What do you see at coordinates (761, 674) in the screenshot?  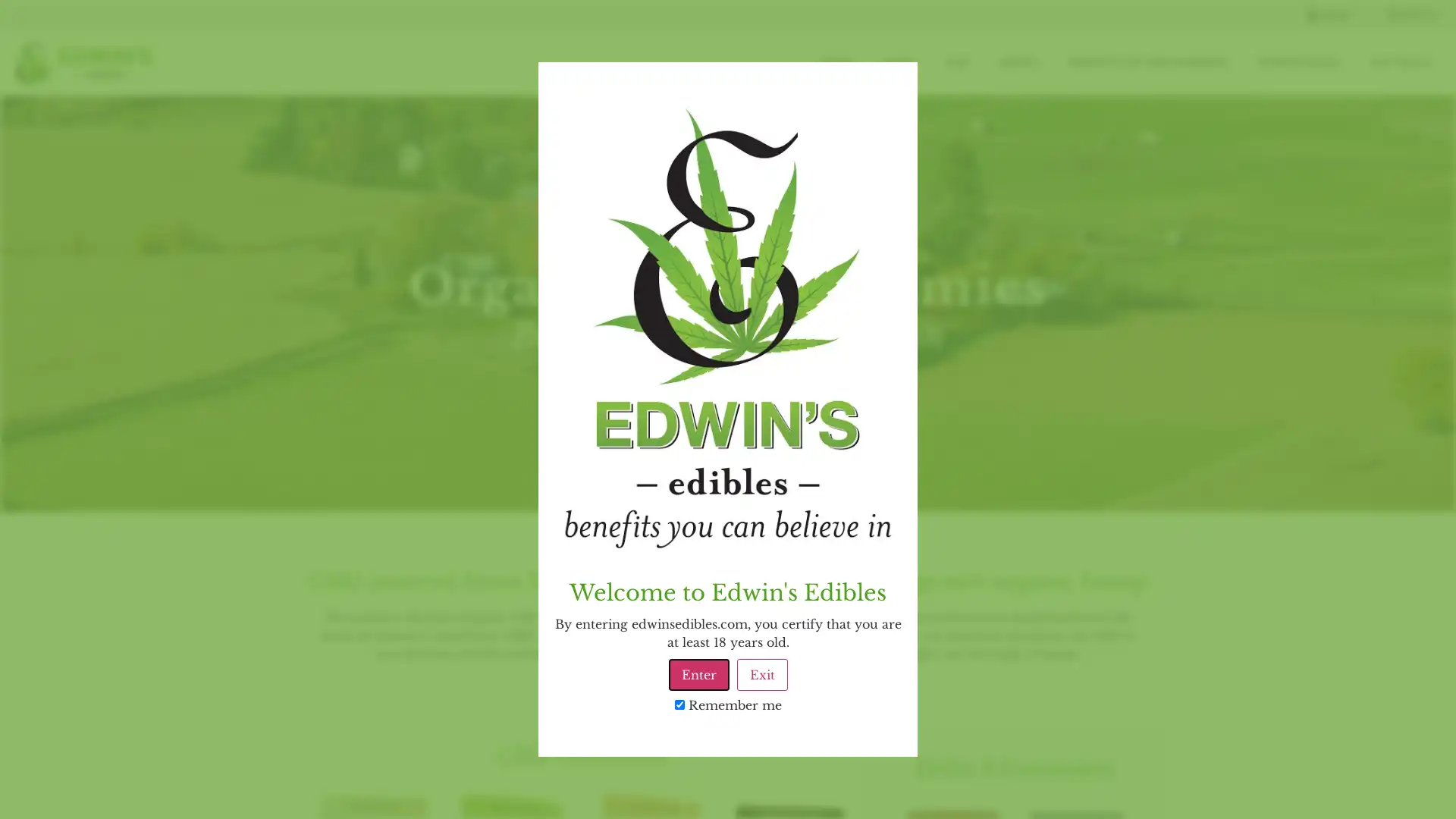 I see `Exit` at bounding box center [761, 674].